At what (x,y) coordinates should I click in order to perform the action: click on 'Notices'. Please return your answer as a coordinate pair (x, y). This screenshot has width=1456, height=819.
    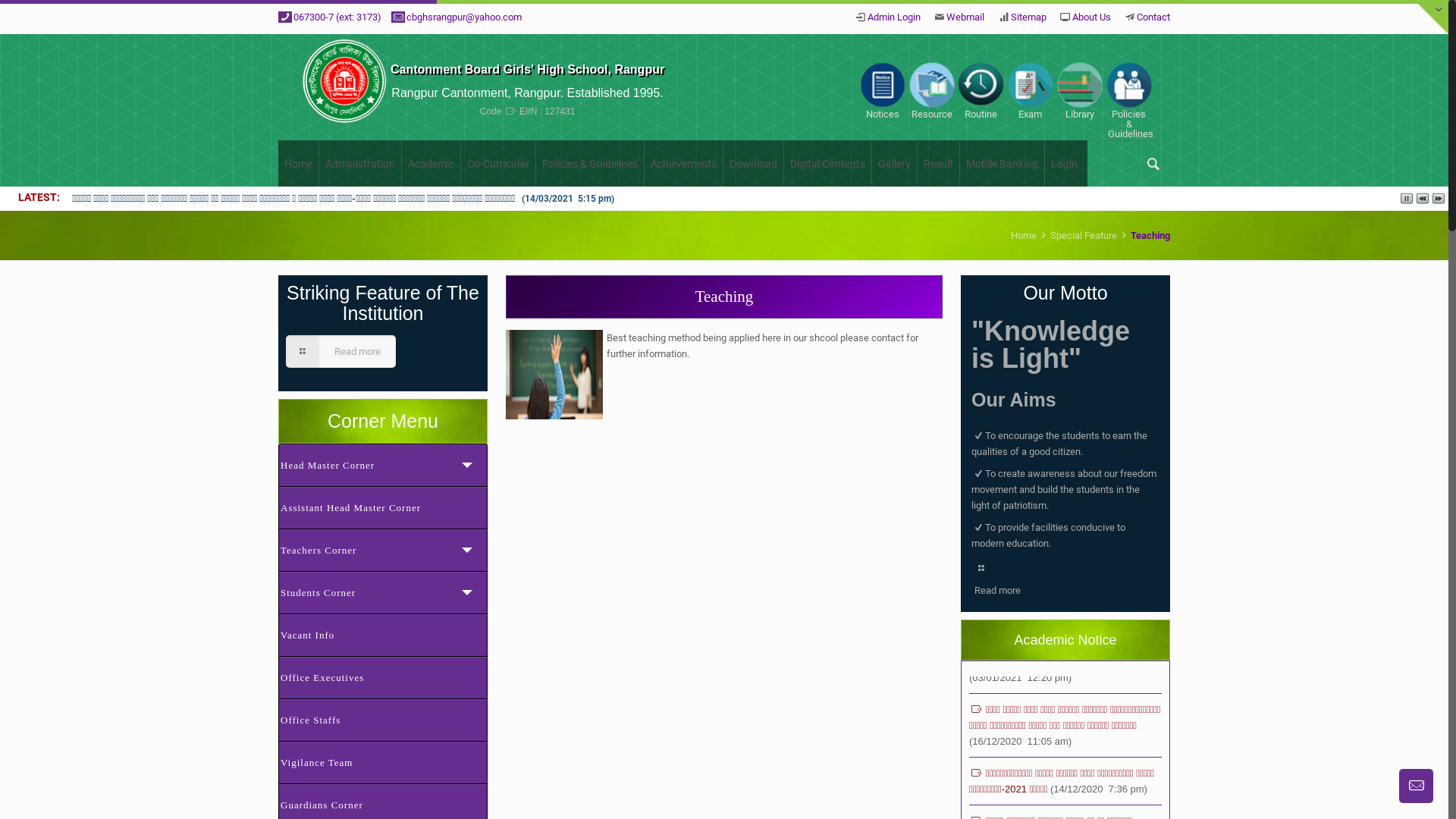
    Looking at the image, I should click on (882, 90).